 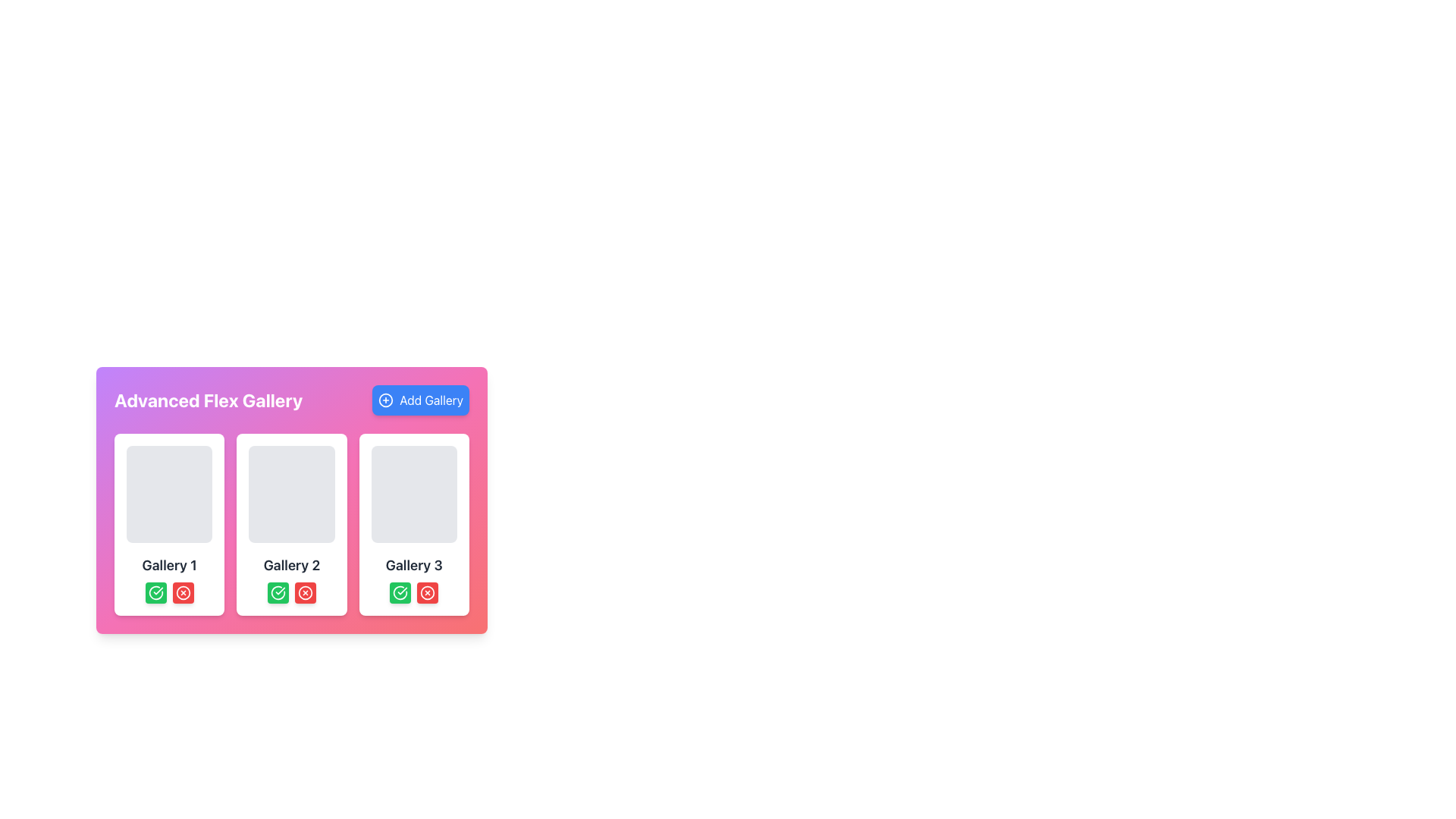 What do you see at coordinates (386, 400) in the screenshot?
I see `the circular icon button with a '+' symbol inside, which is styled with a blue background and white border, located on the right side of the 'Add Gallery' button in the top-right corner of the gallery interface` at bounding box center [386, 400].